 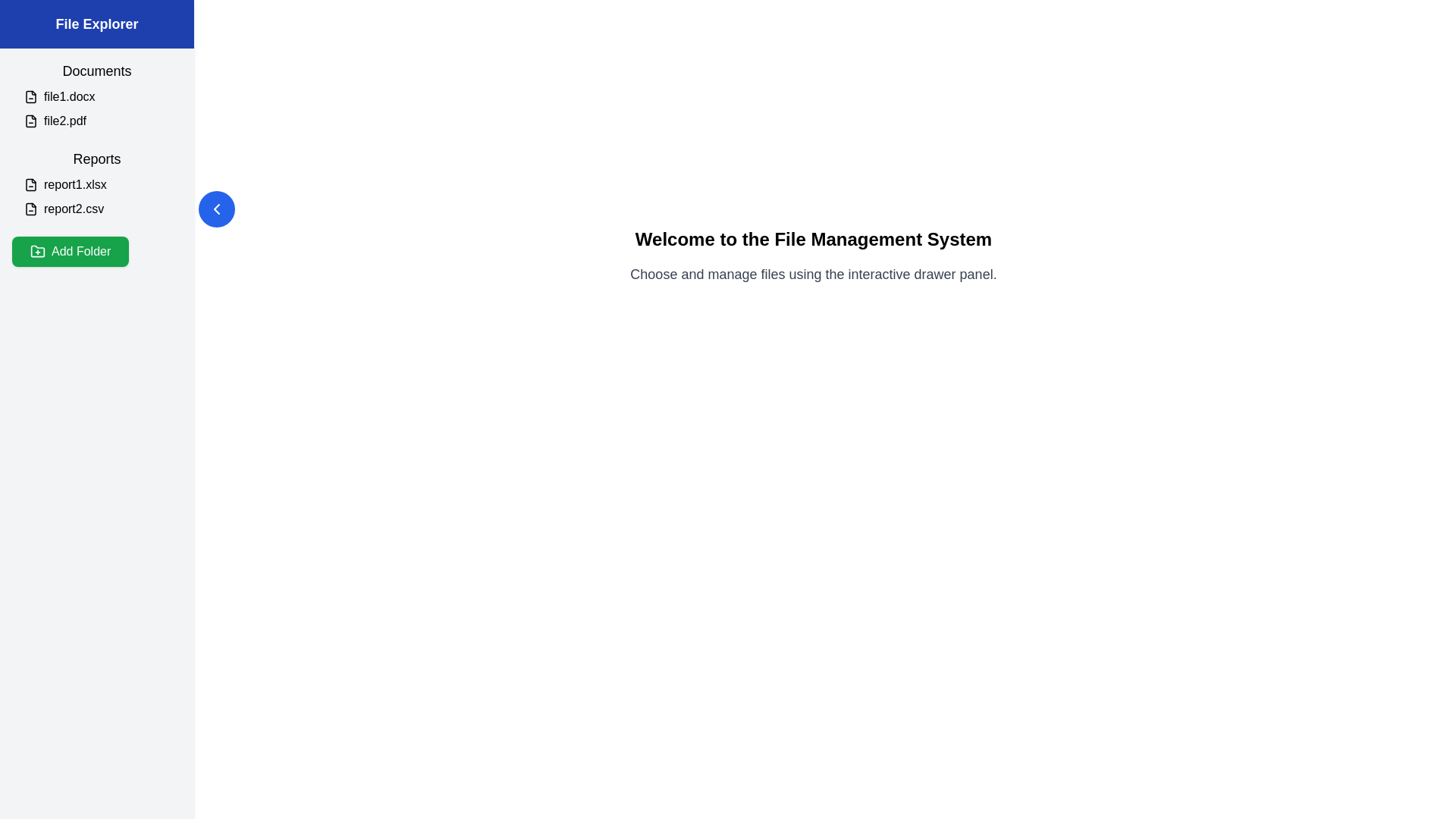 What do you see at coordinates (102, 120) in the screenshot?
I see `the List item labeled 'file2.pdf'` at bounding box center [102, 120].